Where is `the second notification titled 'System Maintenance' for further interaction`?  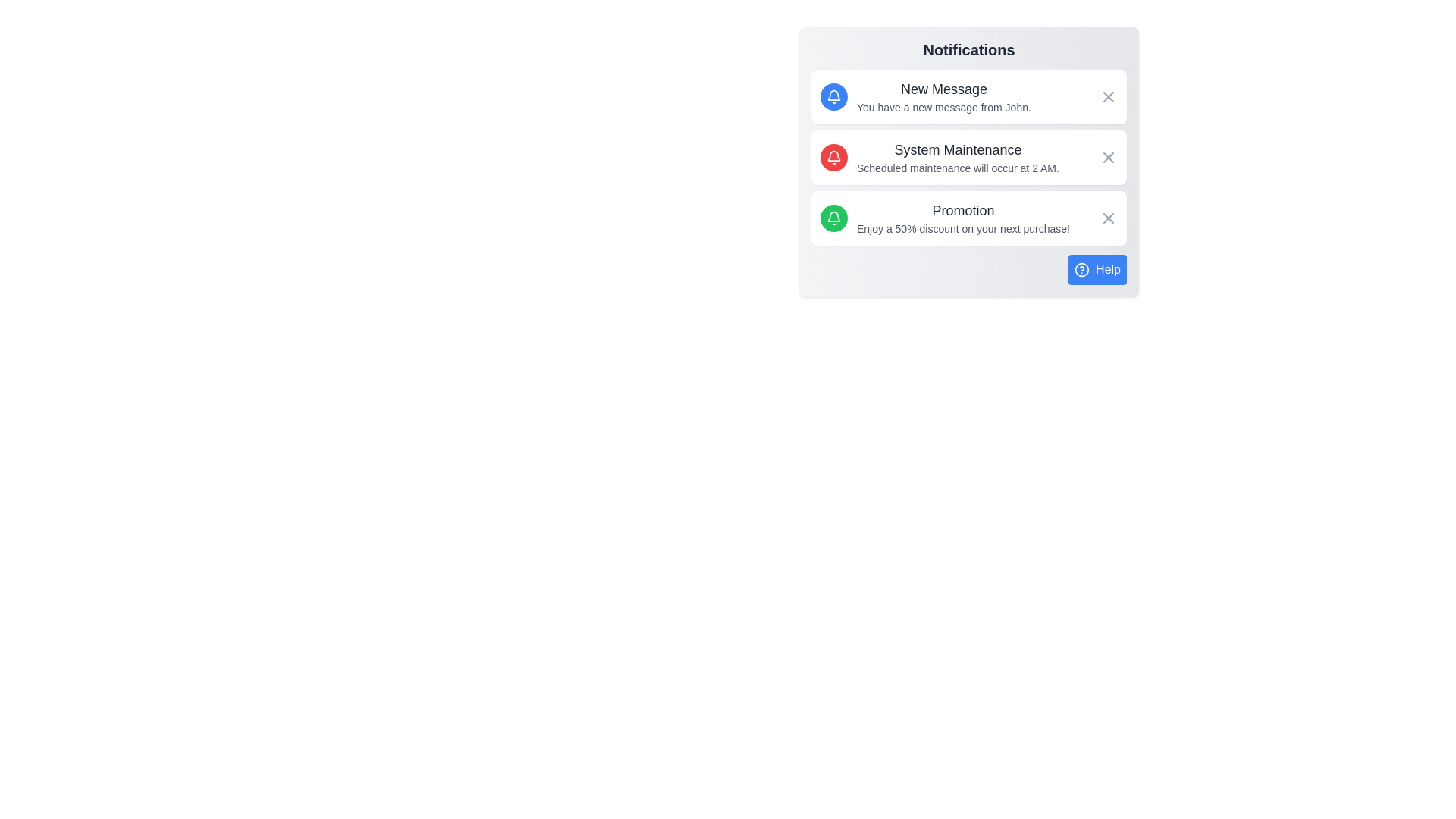 the second notification titled 'System Maintenance' for further interaction is located at coordinates (957, 158).